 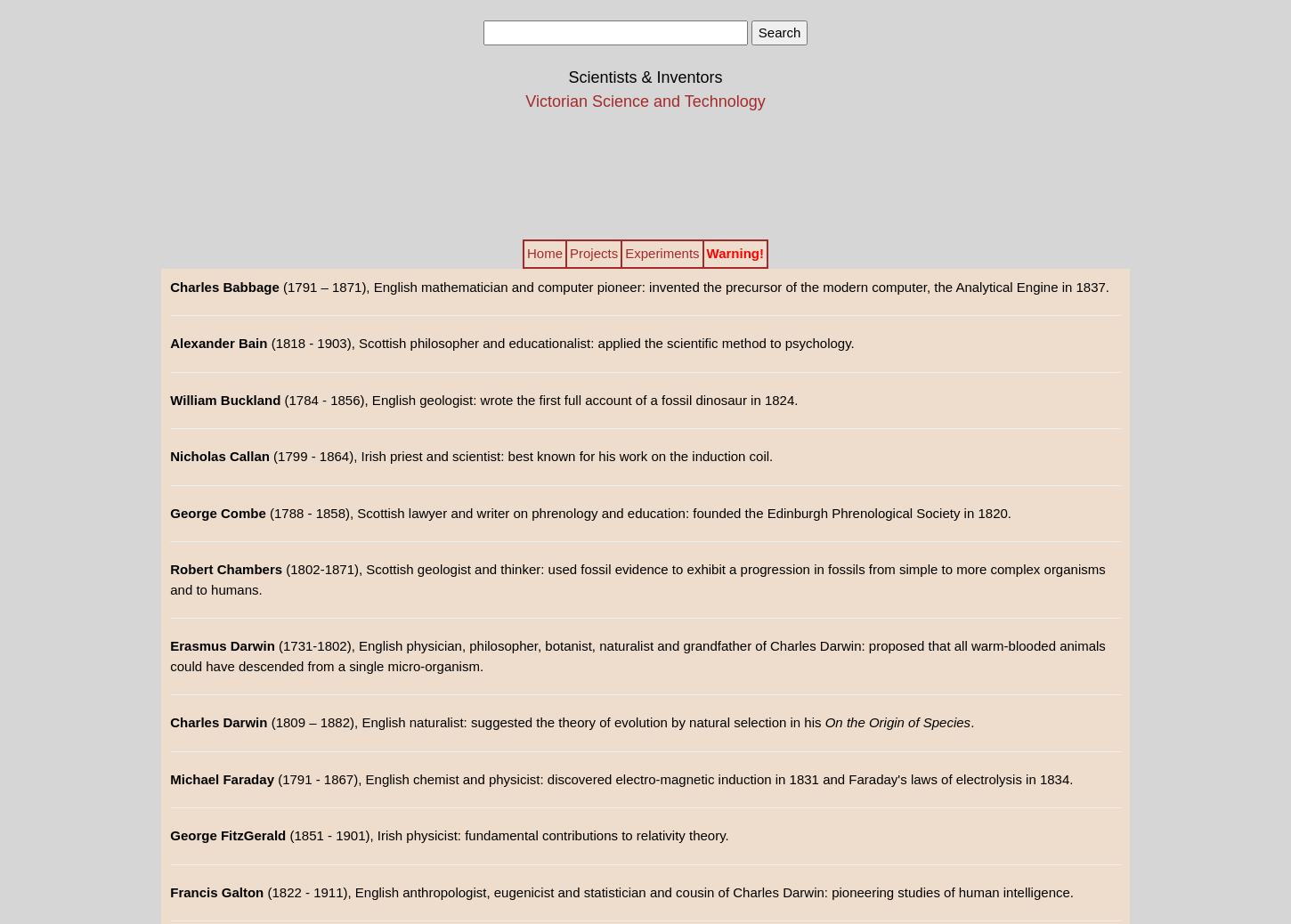 I want to click on '(1784 - 1856), English geologist: wrote the first full account of a fossil dinosaur in 1824.', so click(x=538, y=399).